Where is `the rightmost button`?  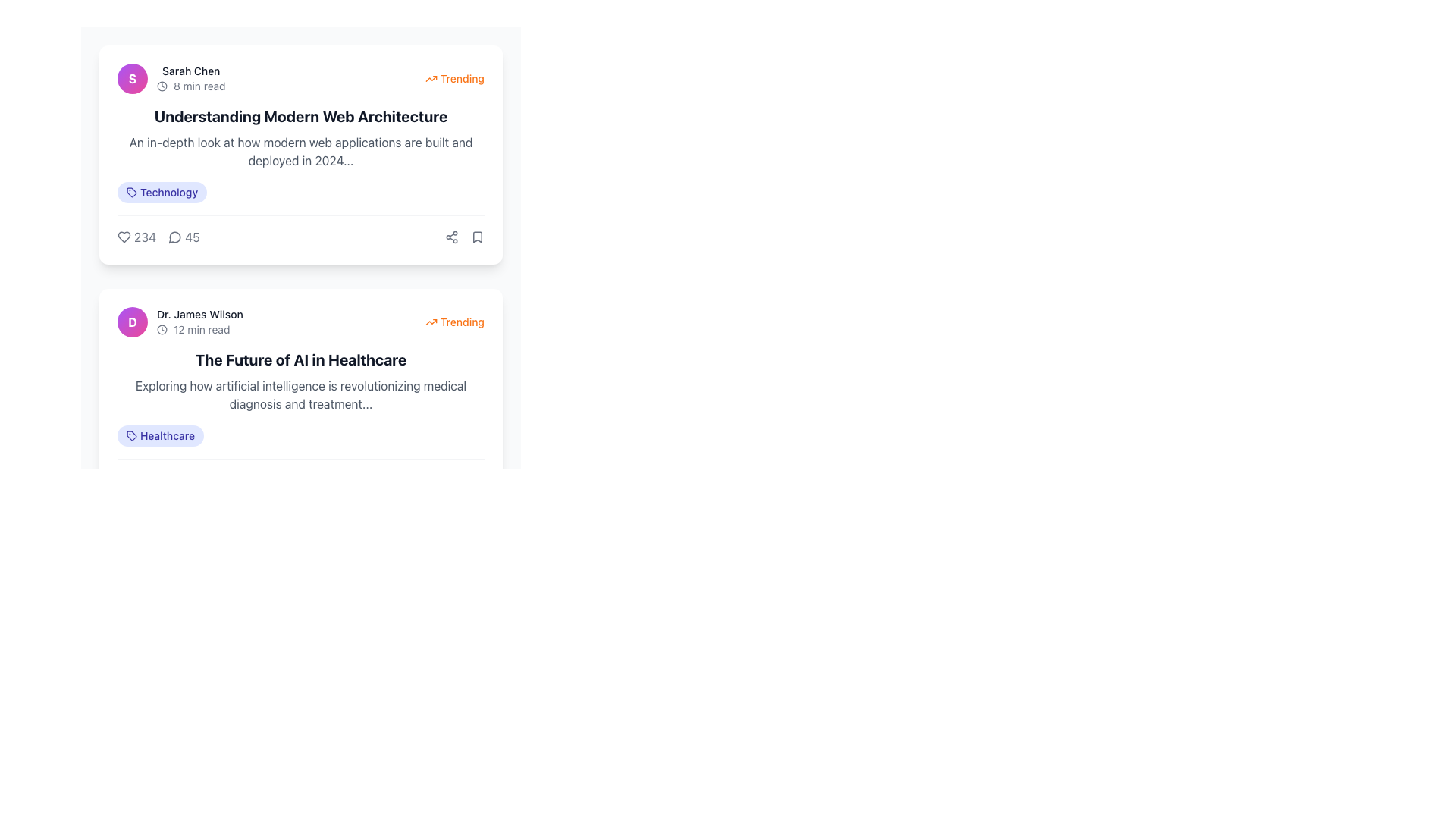
the rightmost button is located at coordinates (422, 802).